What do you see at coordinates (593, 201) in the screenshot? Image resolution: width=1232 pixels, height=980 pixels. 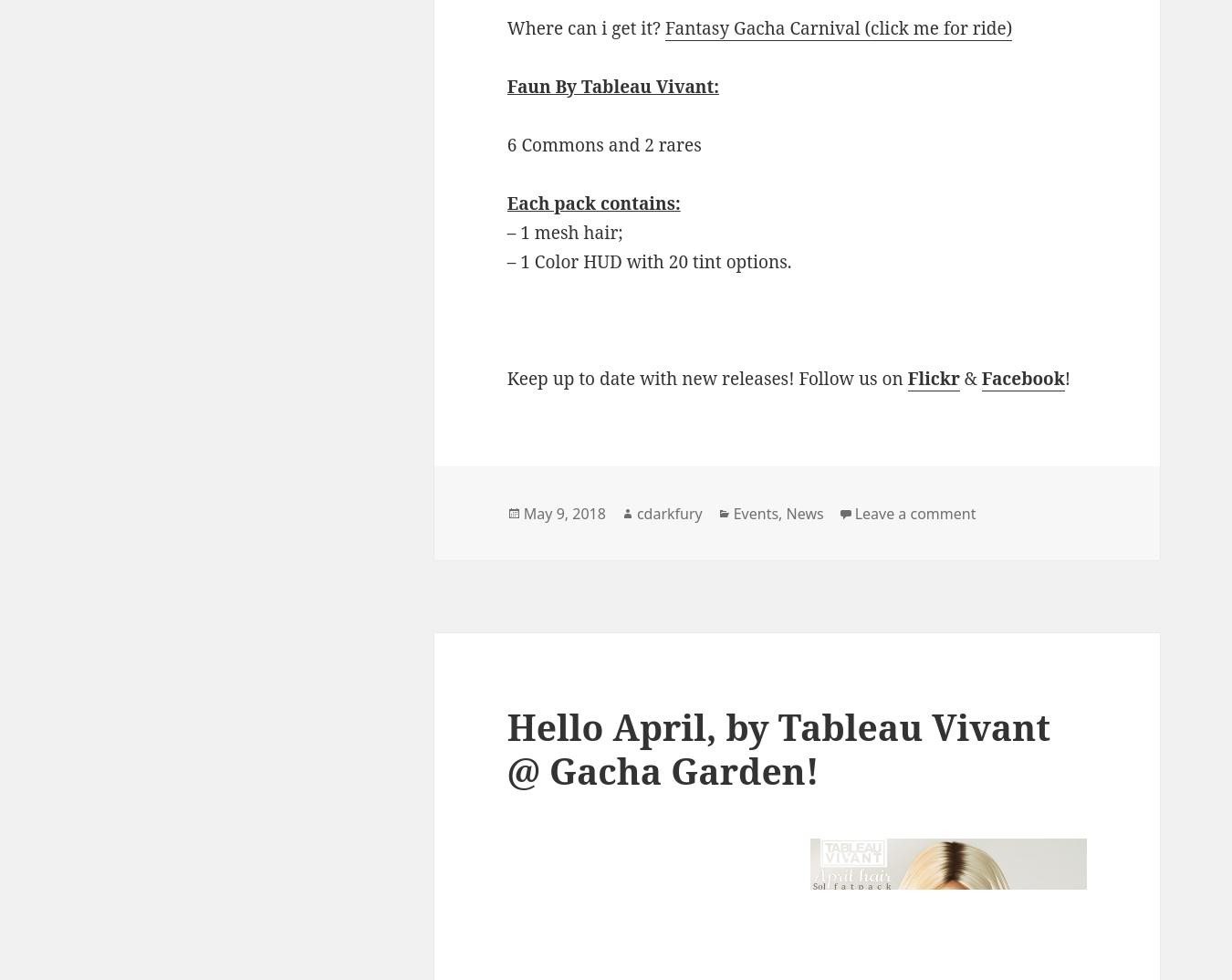 I see `'Each pack contains:'` at bounding box center [593, 201].